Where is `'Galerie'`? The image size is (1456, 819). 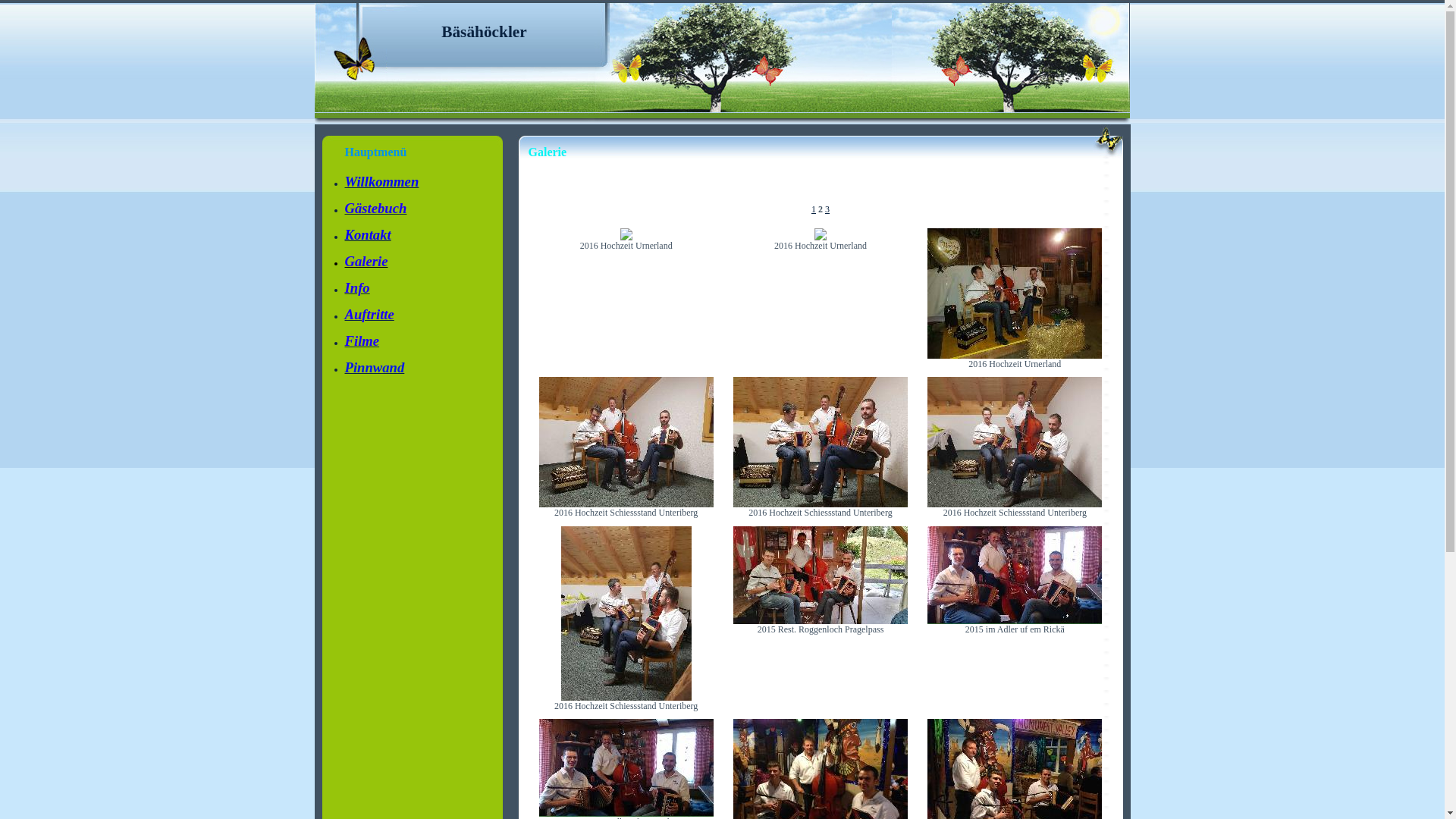 'Galerie' is located at coordinates (366, 262).